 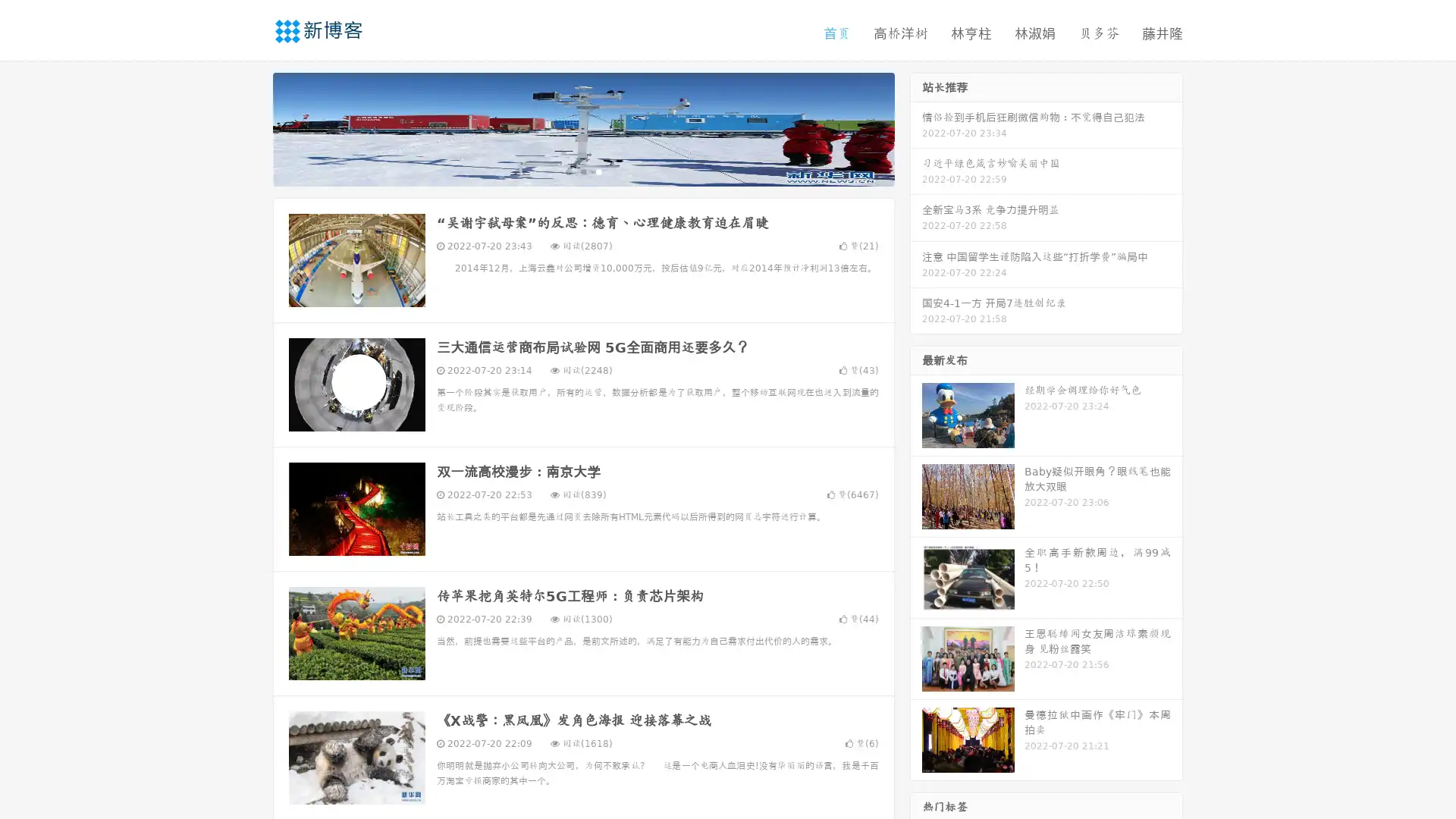 What do you see at coordinates (598, 171) in the screenshot?
I see `Go to slide 3` at bounding box center [598, 171].